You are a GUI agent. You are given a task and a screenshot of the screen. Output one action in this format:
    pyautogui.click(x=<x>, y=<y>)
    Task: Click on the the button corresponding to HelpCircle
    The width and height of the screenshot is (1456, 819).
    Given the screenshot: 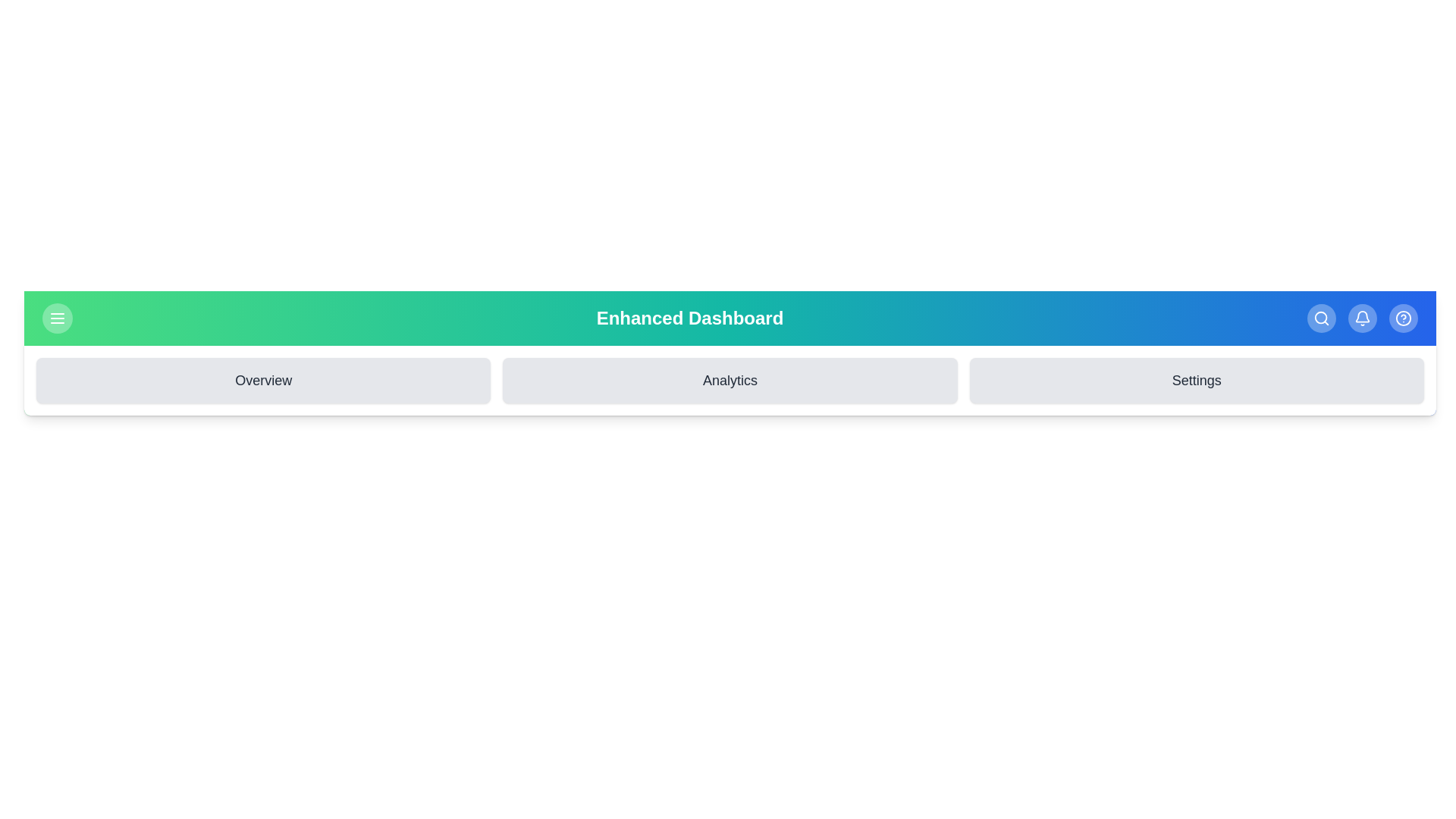 What is the action you would take?
    pyautogui.click(x=1403, y=318)
    